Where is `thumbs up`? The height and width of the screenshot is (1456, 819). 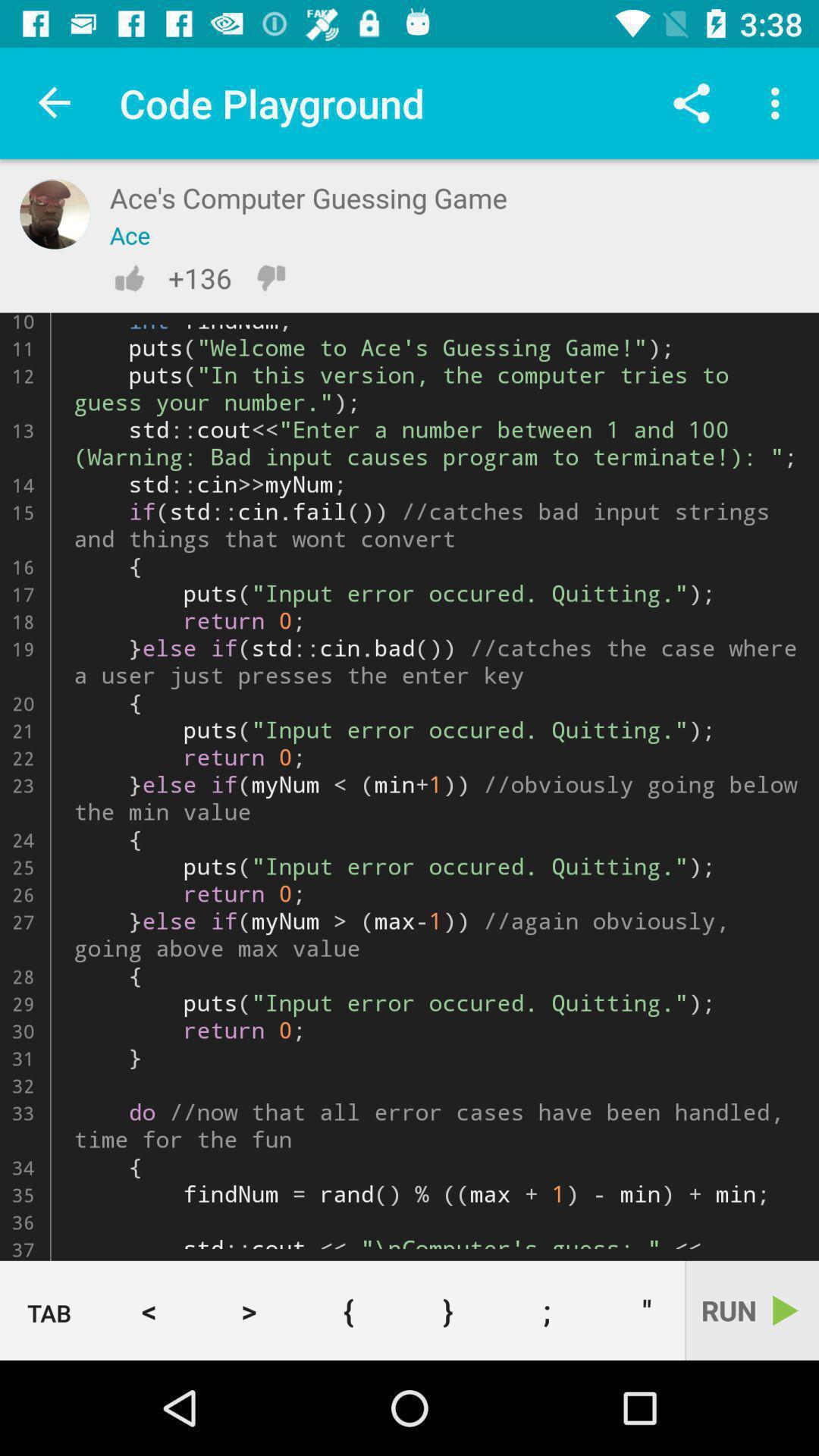
thumbs up is located at coordinates (128, 278).